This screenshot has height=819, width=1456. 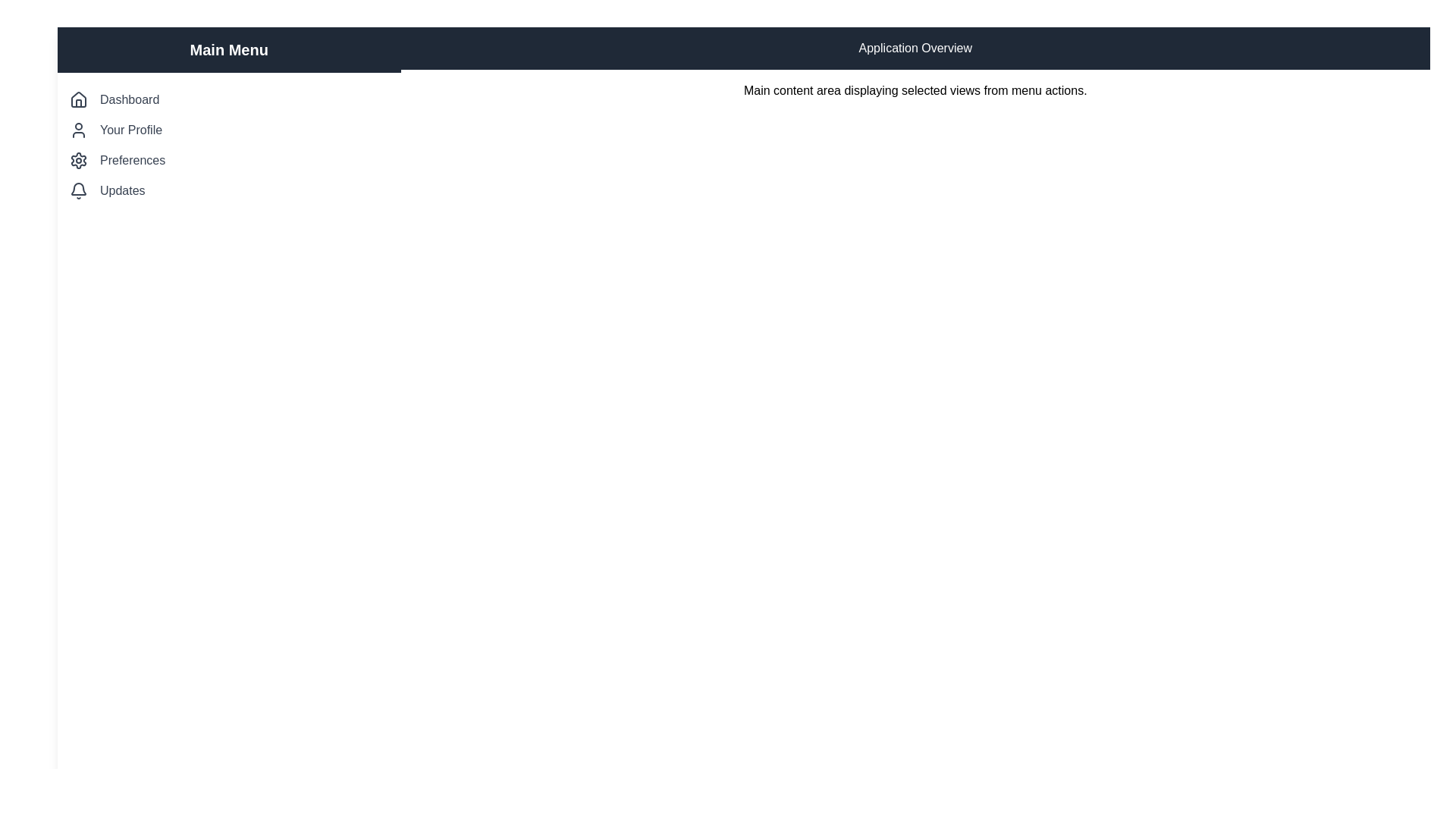 What do you see at coordinates (130, 99) in the screenshot?
I see `the 'Dashboard' text label in the left-side menu` at bounding box center [130, 99].